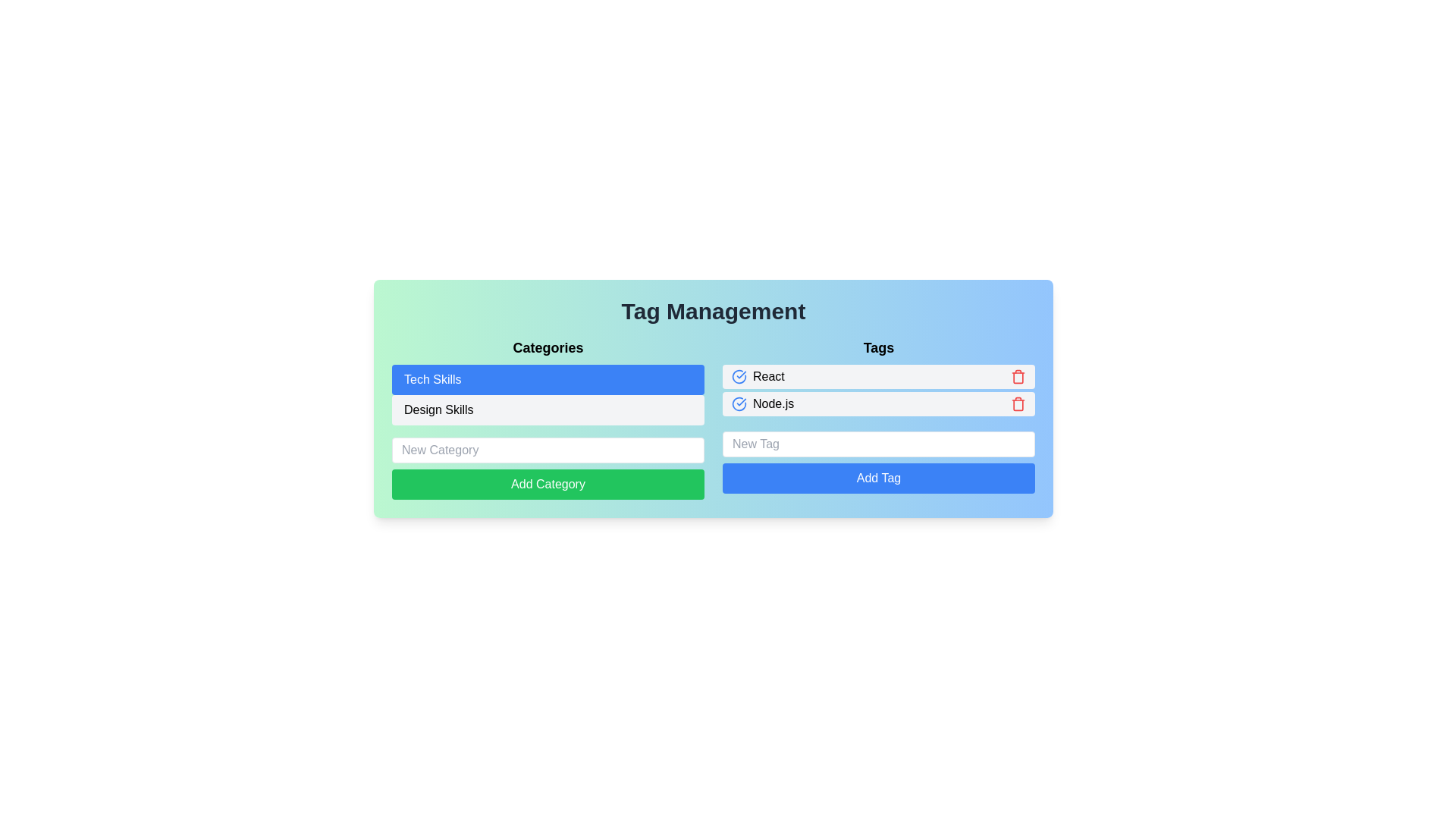 Image resolution: width=1456 pixels, height=819 pixels. Describe the element at coordinates (548, 379) in the screenshot. I see `the blue button labeled 'Tech Skills'` at that location.